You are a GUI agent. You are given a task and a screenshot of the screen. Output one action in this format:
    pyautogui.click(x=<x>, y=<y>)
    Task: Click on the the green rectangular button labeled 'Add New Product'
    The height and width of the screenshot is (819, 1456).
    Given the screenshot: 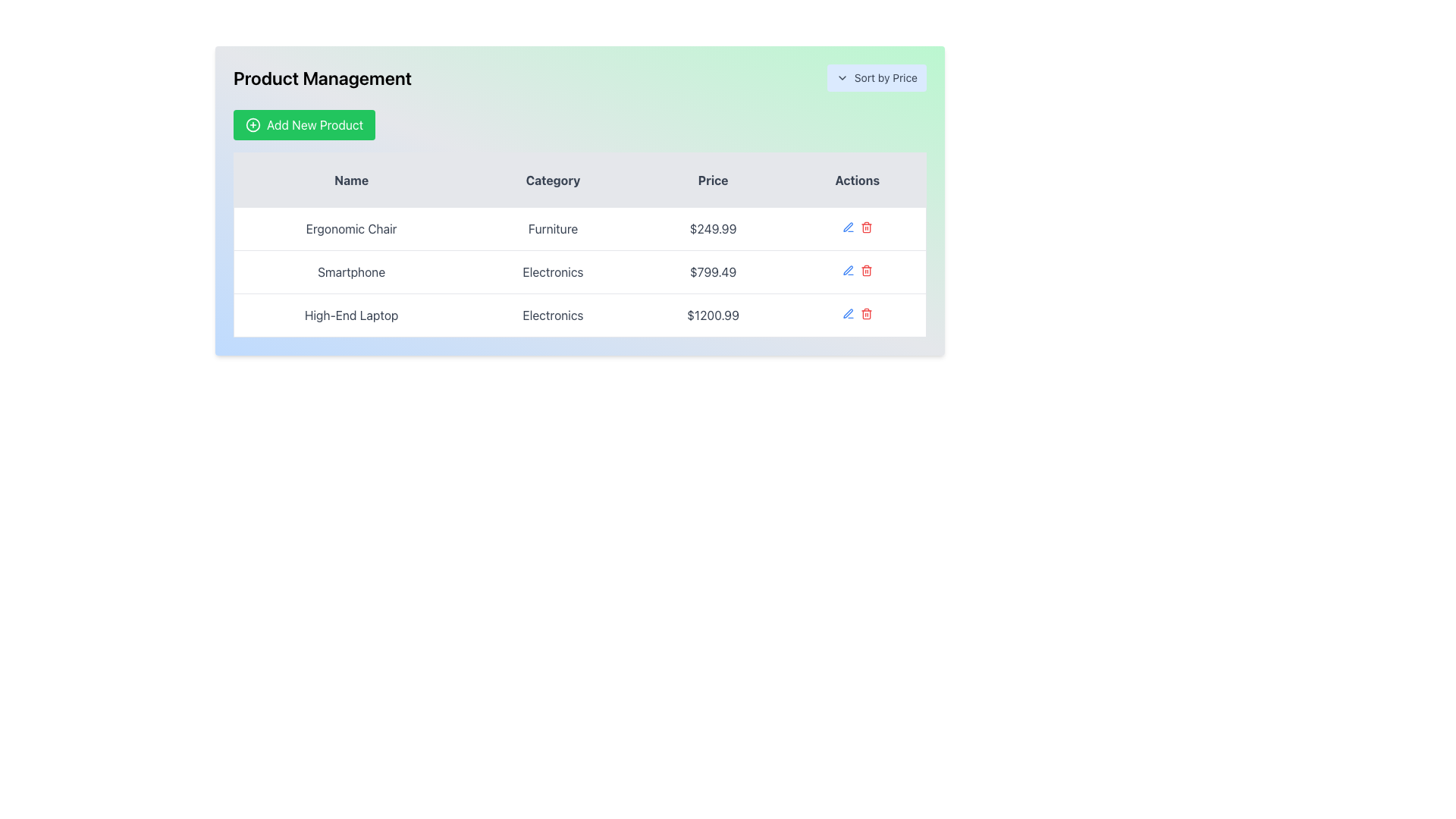 What is the action you would take?
    pyautogui.click(x=303, y=124)
    